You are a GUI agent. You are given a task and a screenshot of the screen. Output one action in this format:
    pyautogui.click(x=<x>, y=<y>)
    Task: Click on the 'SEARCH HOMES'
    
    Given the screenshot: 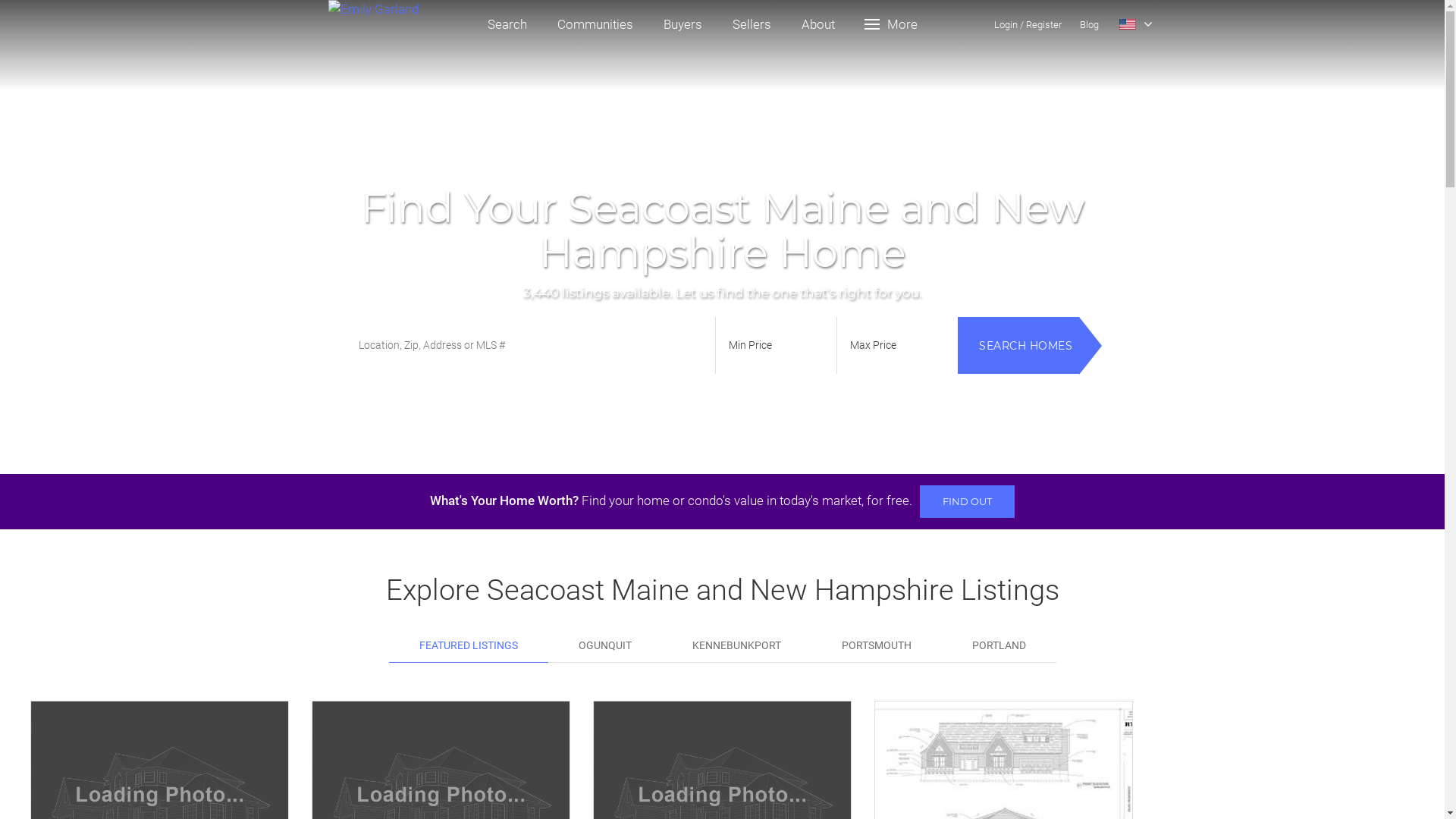 What is the action you would take?
    pyautogui.click(x=1018, y=345)
    